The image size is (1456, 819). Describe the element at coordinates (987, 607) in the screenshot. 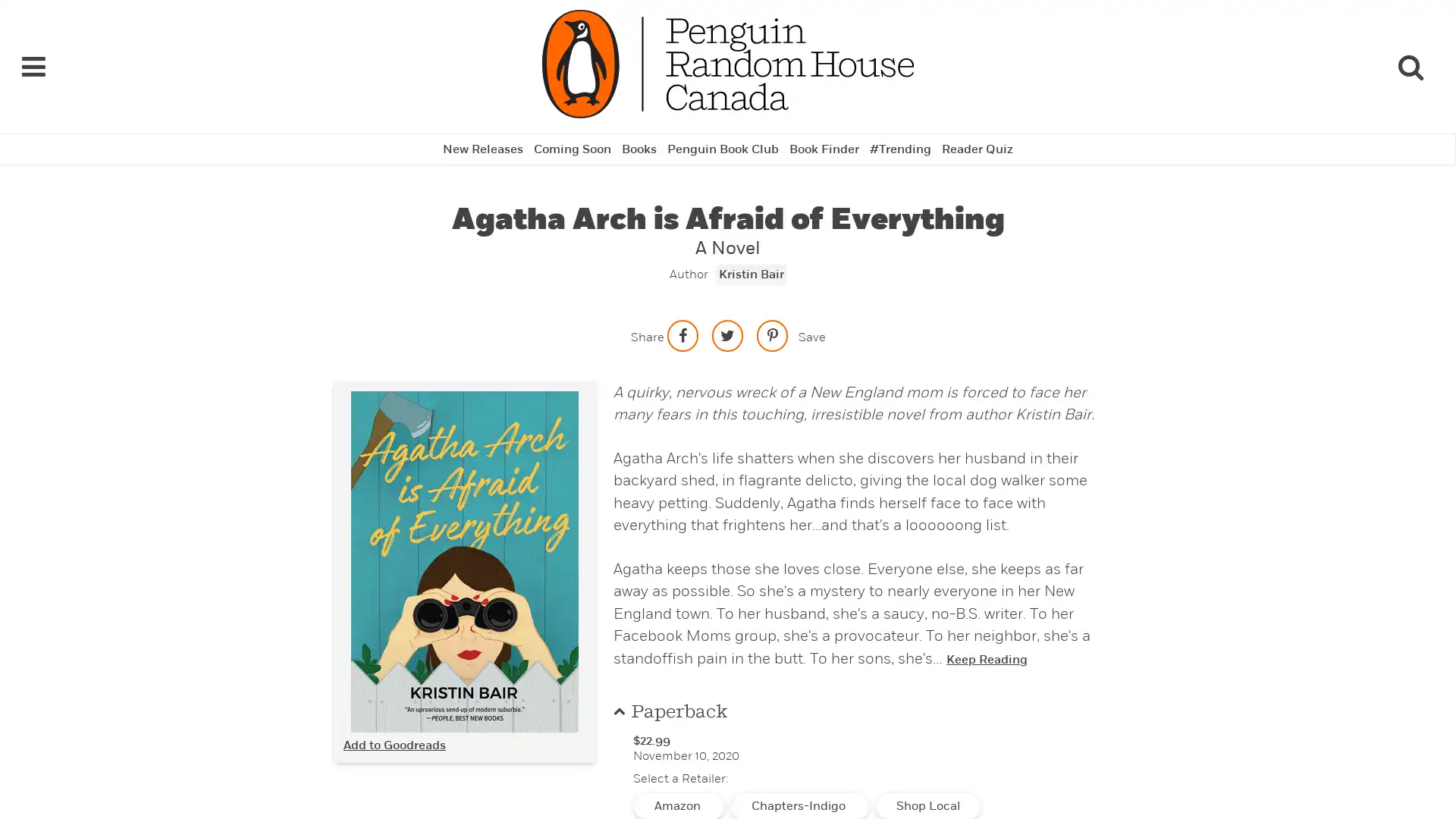

I see `Keep Reading` at that location.